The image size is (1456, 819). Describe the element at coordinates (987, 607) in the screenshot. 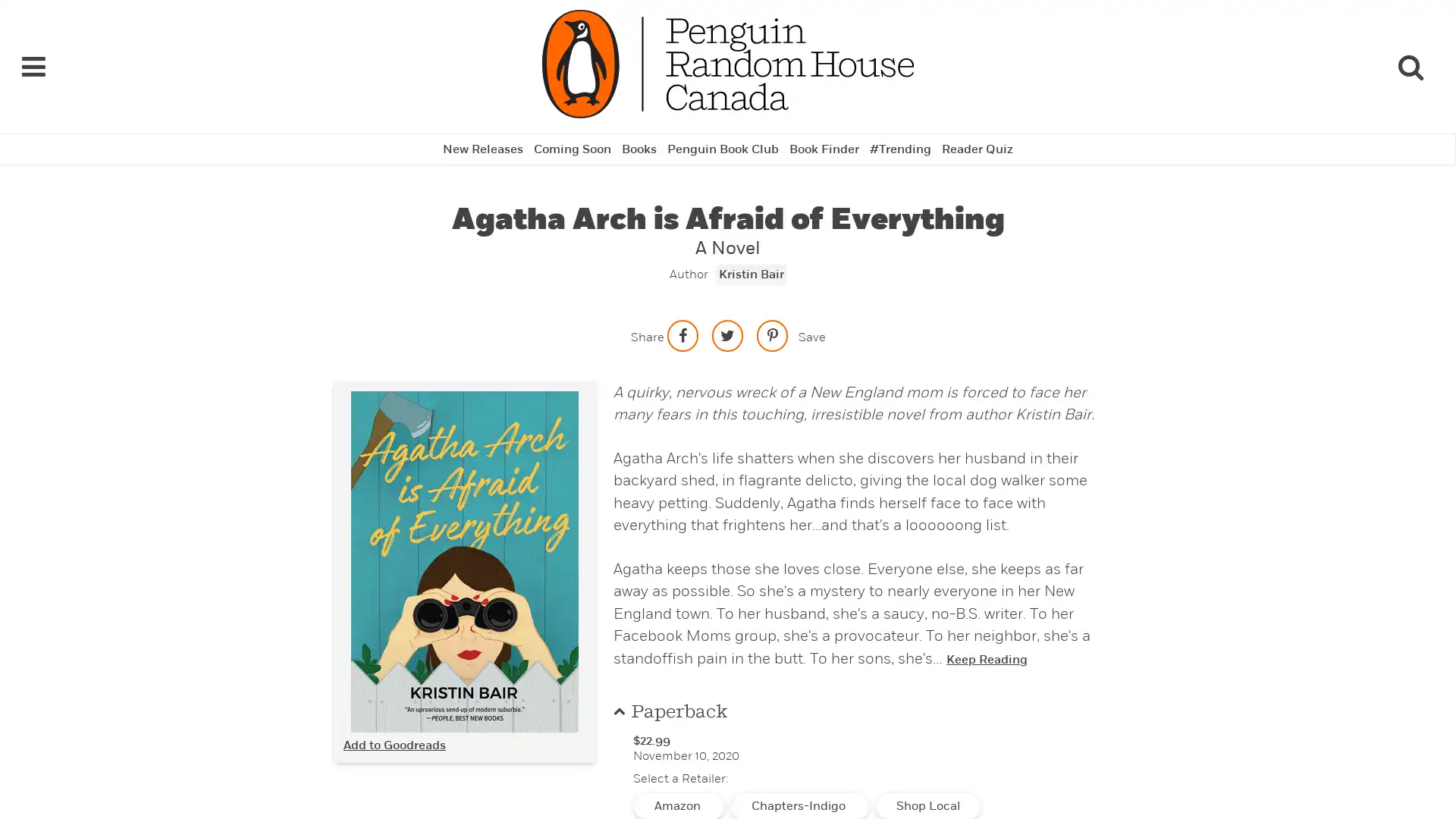

I see `Keep Reading` at that location.